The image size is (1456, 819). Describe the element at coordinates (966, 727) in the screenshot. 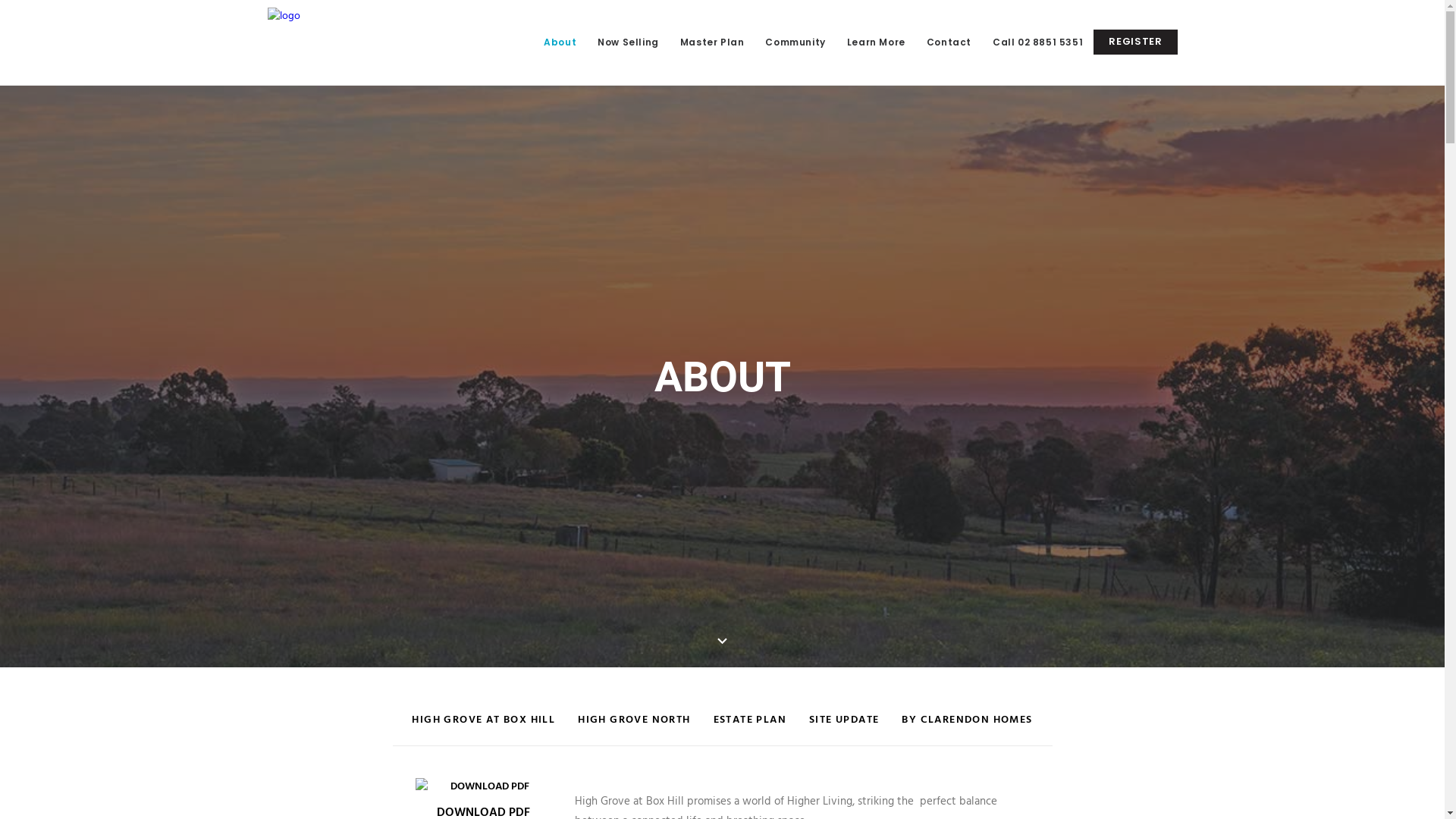

I see `'BY CLARENDON HOMES'` at that location.